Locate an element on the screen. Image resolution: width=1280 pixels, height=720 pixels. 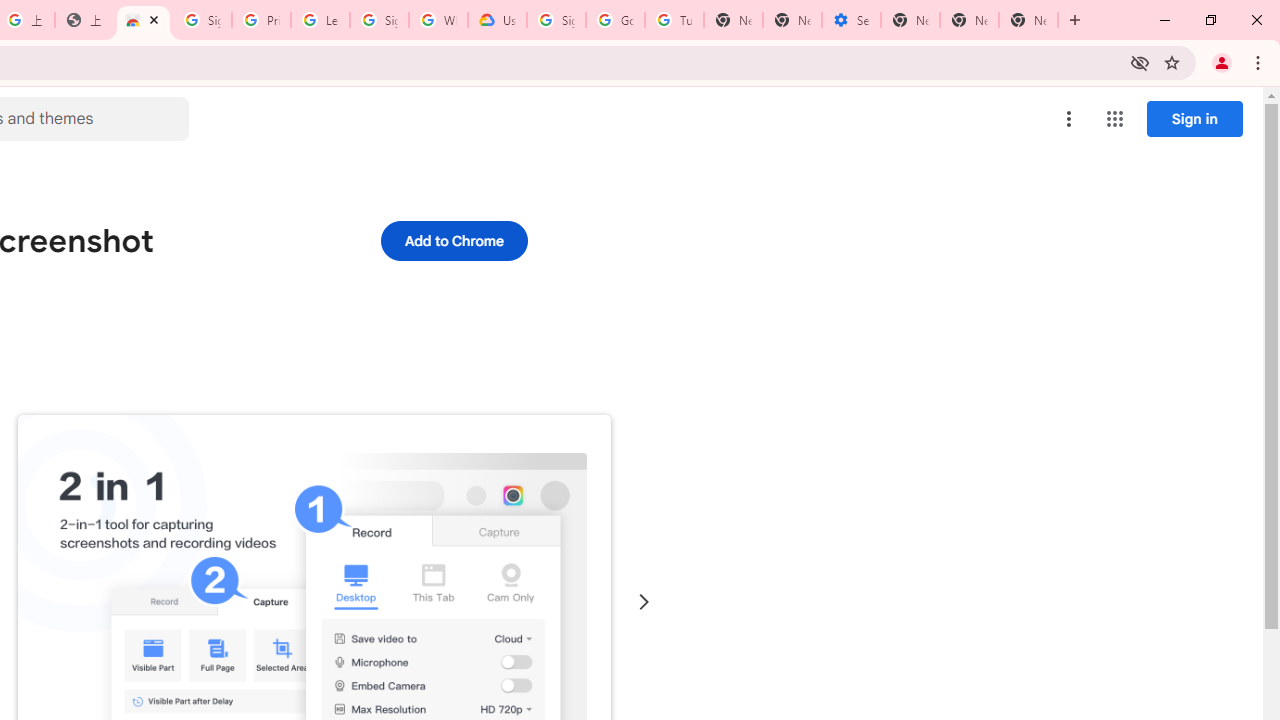
'Awesome Screen Recorder & Screenshot - Chrome Web Store' is located at coordinates (142, 20).